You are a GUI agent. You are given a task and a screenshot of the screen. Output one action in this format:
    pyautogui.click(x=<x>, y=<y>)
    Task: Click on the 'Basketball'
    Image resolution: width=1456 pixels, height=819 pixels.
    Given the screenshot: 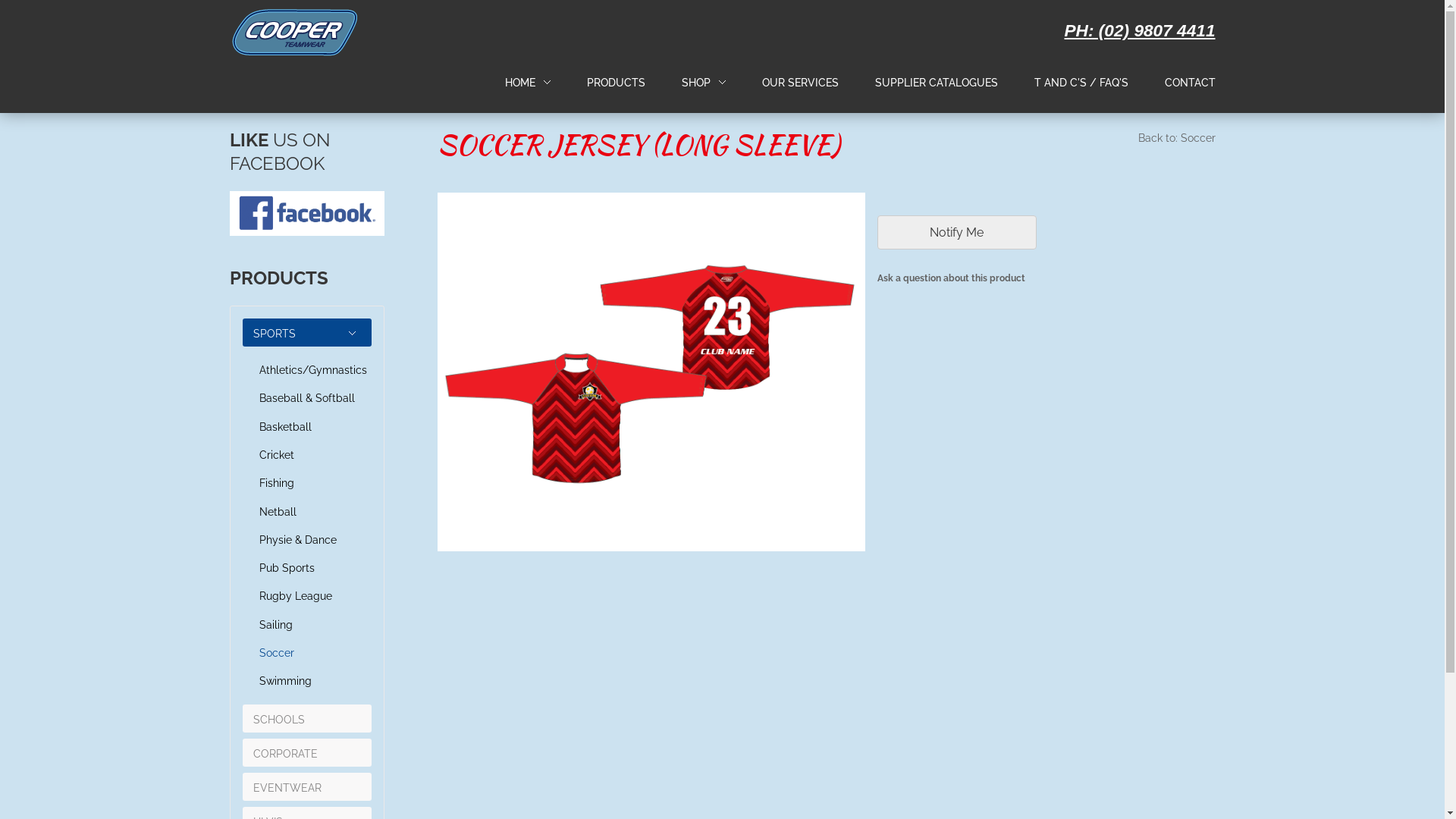 What is the action you would take?
    pyautogui.click(x=306, y=427)
    